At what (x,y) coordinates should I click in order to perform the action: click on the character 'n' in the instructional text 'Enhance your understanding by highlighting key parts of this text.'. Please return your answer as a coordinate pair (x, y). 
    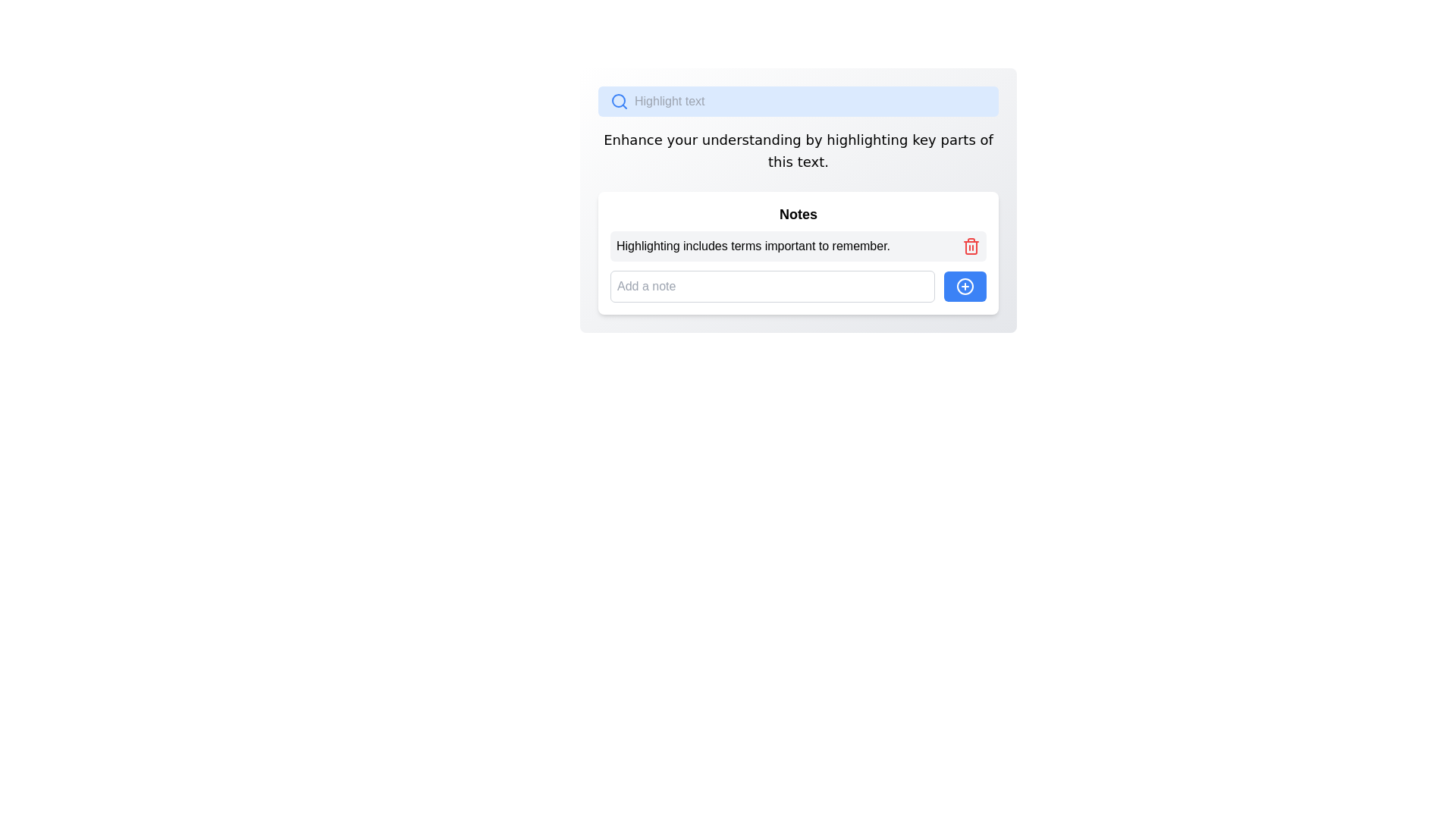
    Looking at the image, I should click on (642, 140).